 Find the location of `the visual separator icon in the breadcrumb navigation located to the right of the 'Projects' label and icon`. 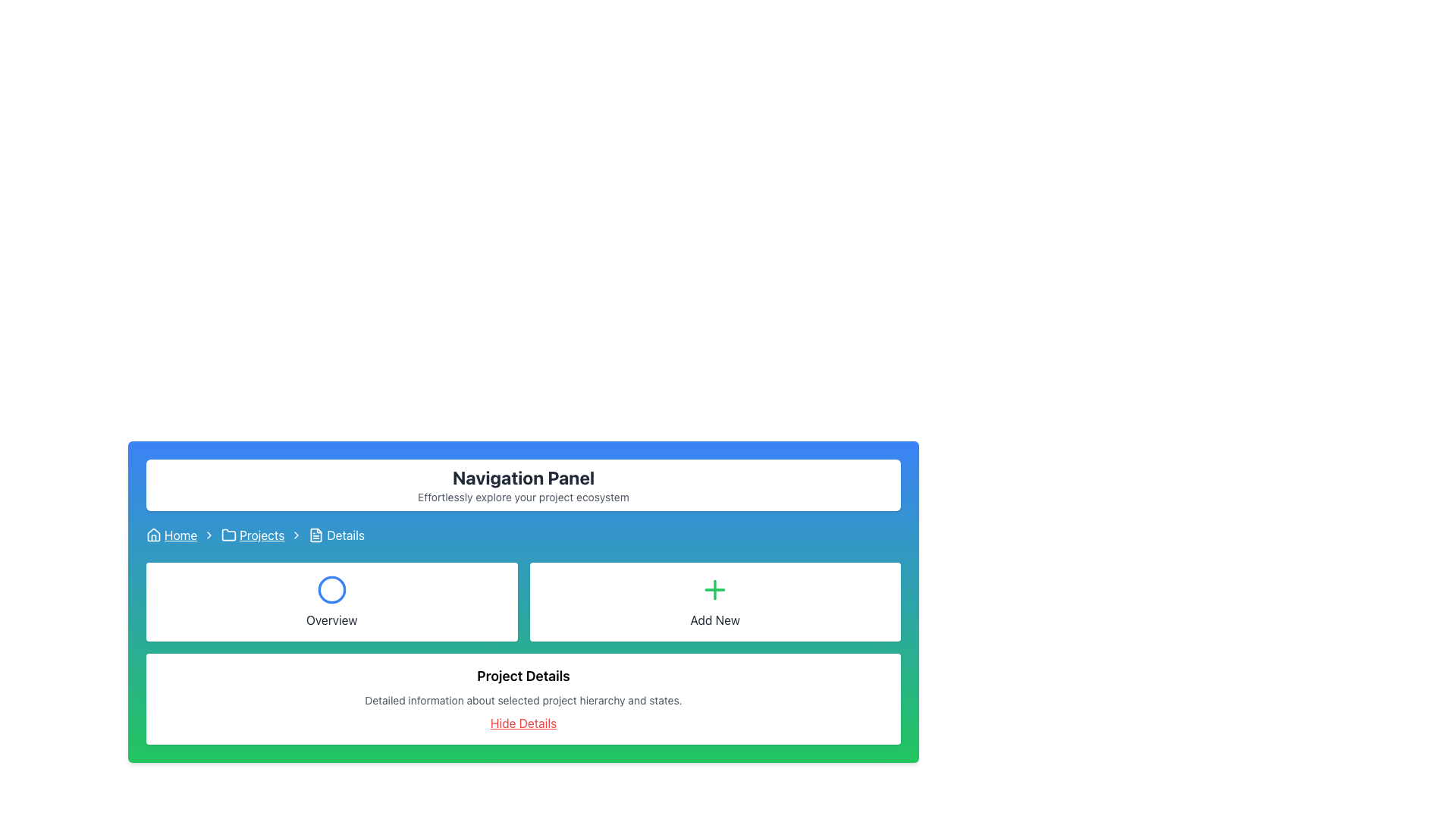

the visual separator icon in the breadcrumb navigation located to the right of the 'Projects' label and icon is located at coordinates (297, 534).